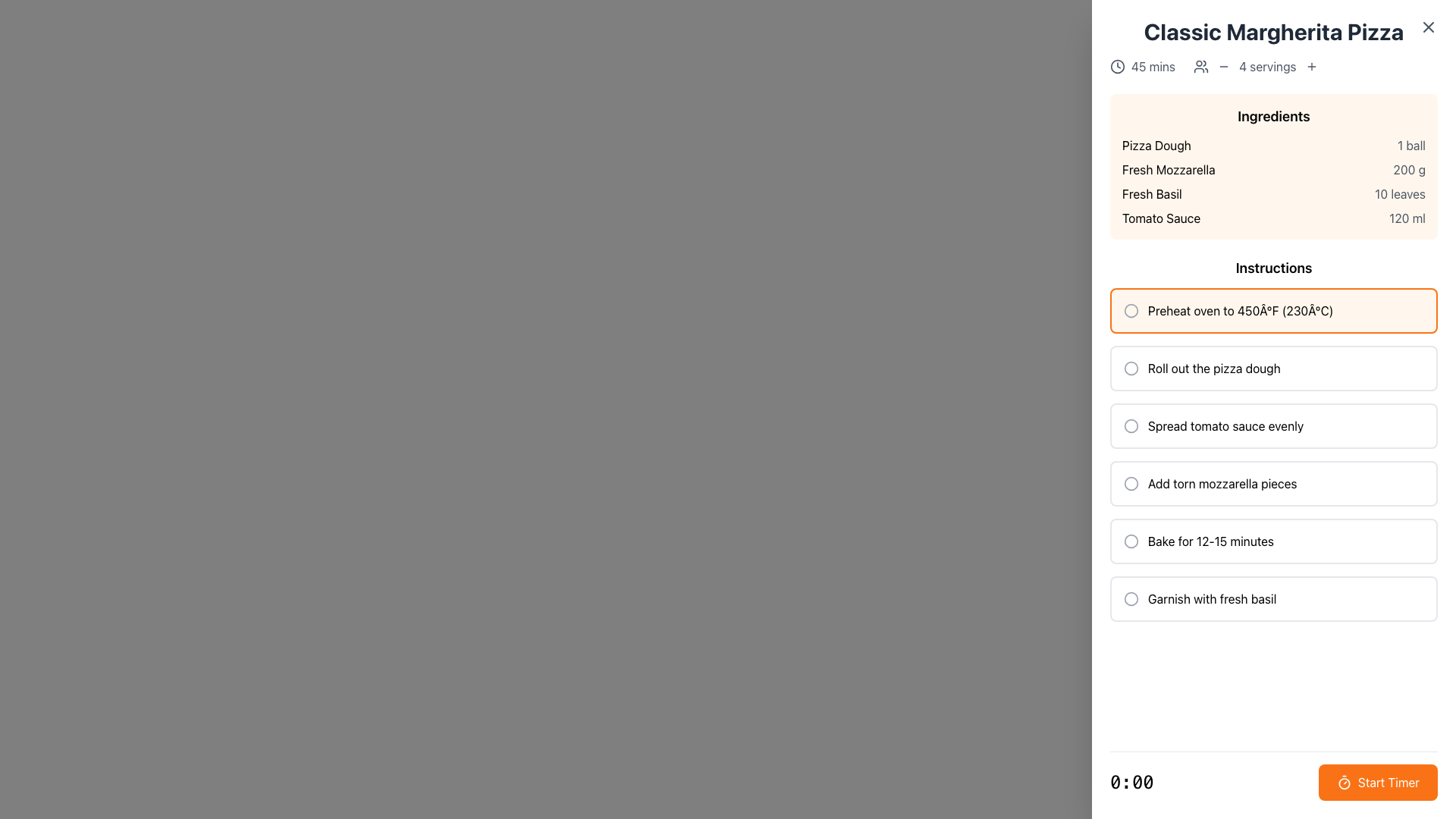 This screenshot has width=1456, height=819. Describe the element at coordinates (1408, 169) in the screenshot. I see `the static text label displaying '200 g', which is located to the right of the 'Fresh Mozzarella' label in the top-right section of the cream-colored Ingredients panel` at that location.